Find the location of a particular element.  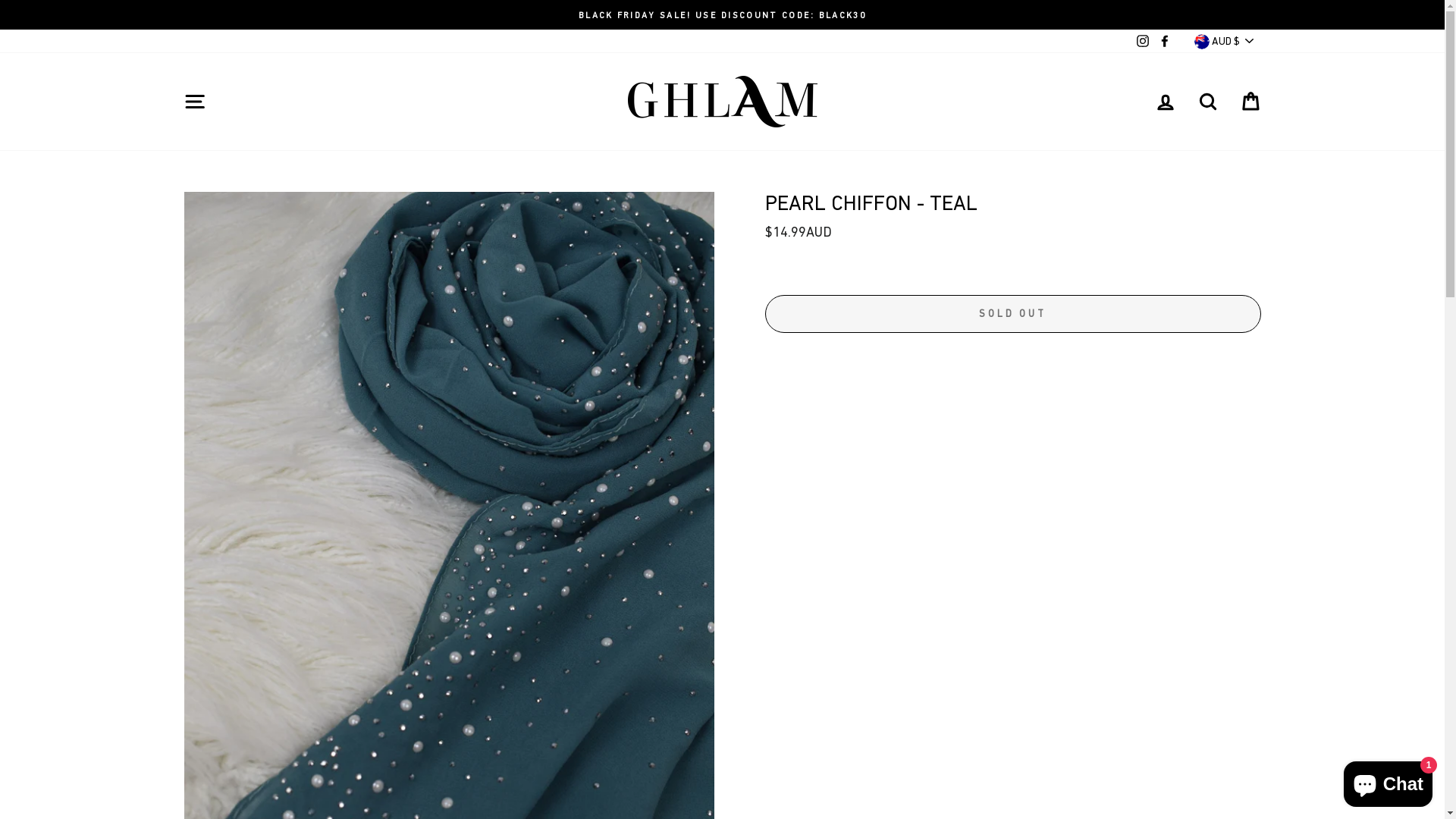

'LOG IN' is located at coordinates (1164, 101).